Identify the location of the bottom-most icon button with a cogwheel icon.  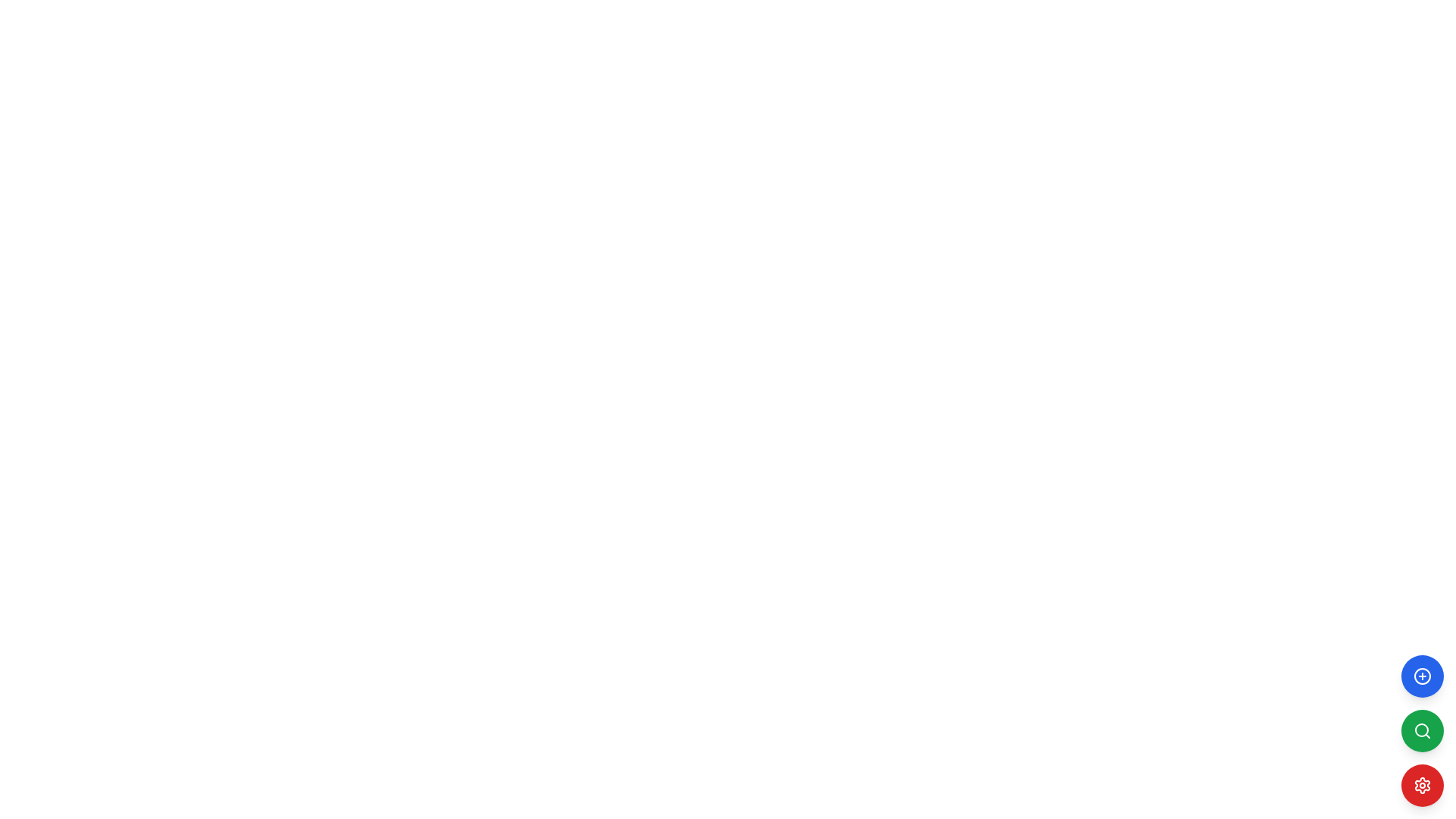
(1422, 785).